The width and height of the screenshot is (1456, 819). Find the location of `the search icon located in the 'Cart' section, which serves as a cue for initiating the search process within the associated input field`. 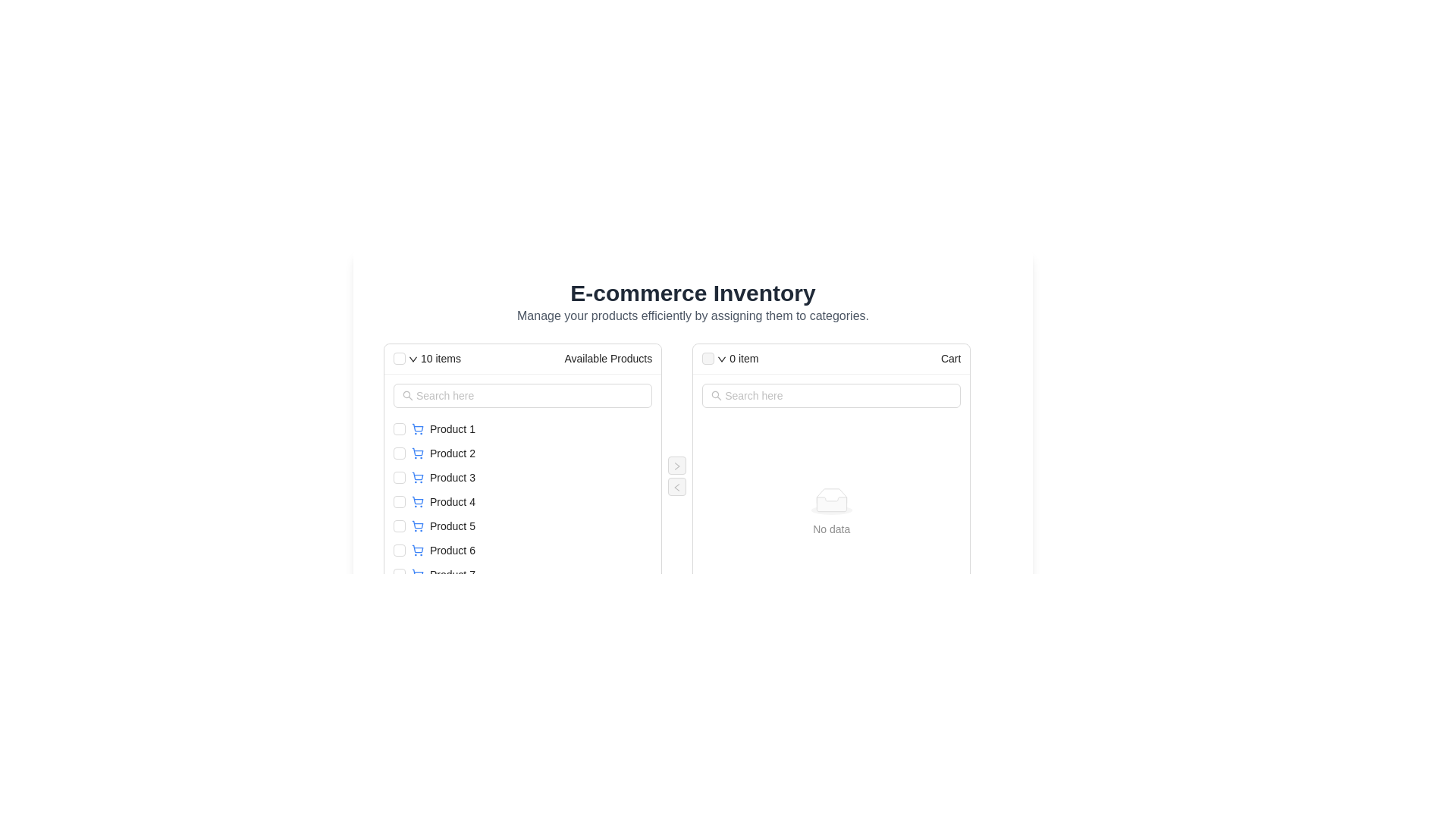

the search icon located in the 'Cart' section, which serves as a cue for initiating the search process within the associated input field is located at coordinates (716, 394).